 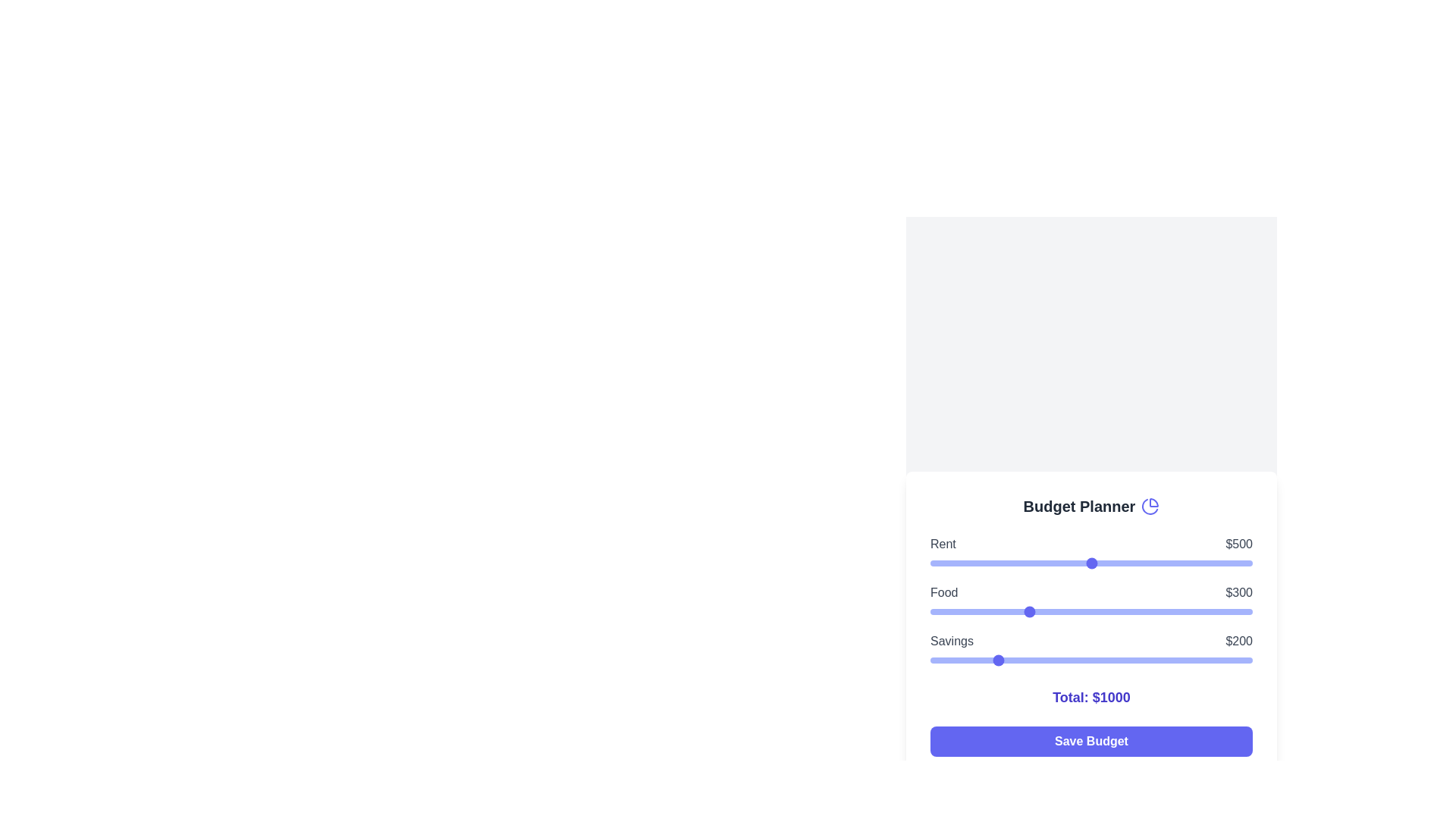 What do you see at coordinates (936, 660) in the screenshot?
I see `the savings slider to 19` at bounding box center [936, 660].